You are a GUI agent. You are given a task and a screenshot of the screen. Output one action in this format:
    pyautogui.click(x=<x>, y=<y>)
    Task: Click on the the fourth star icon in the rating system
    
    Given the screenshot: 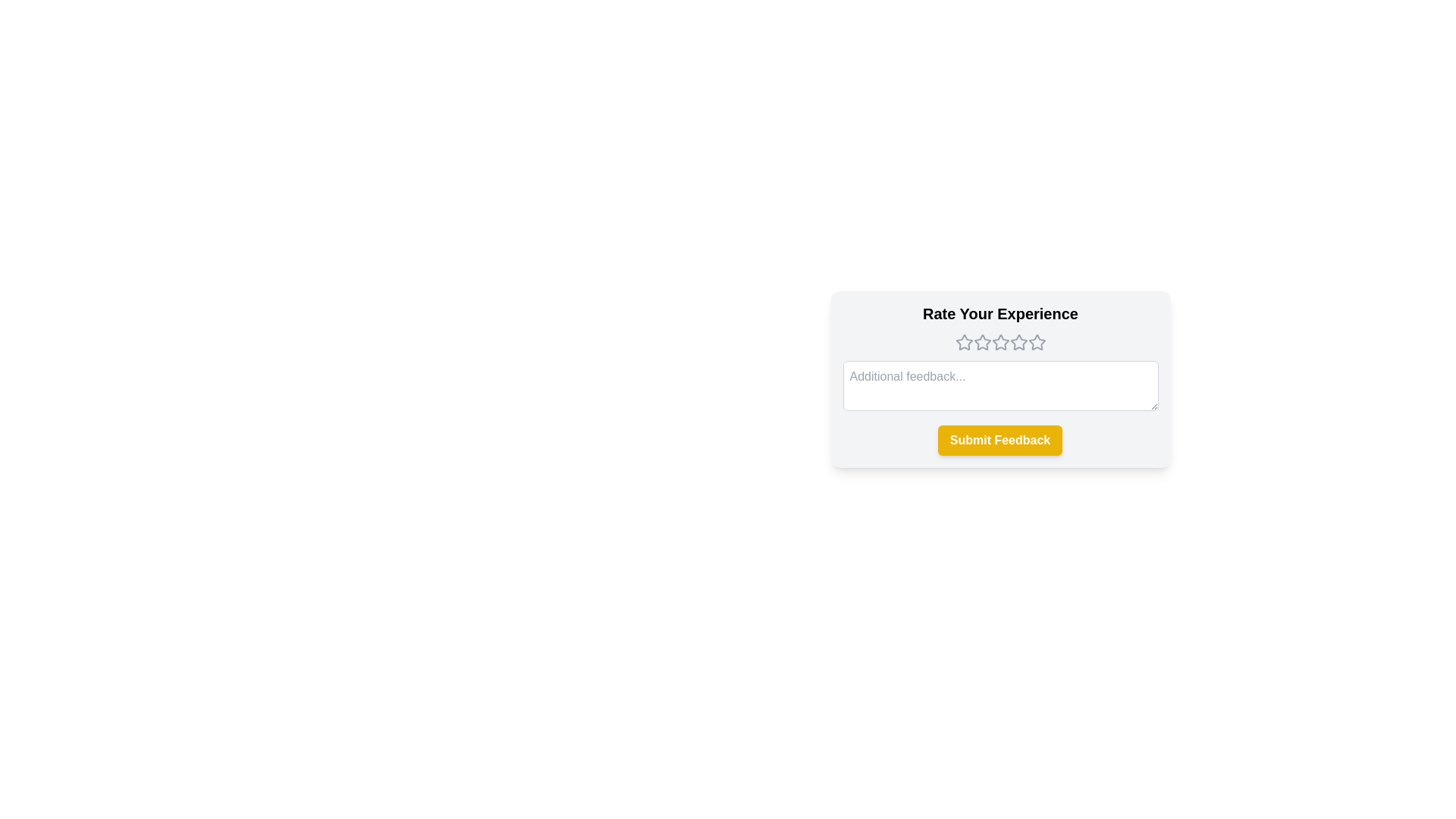 What is the action you would take?
    pyautogui.click(x=1018, y=342)
    